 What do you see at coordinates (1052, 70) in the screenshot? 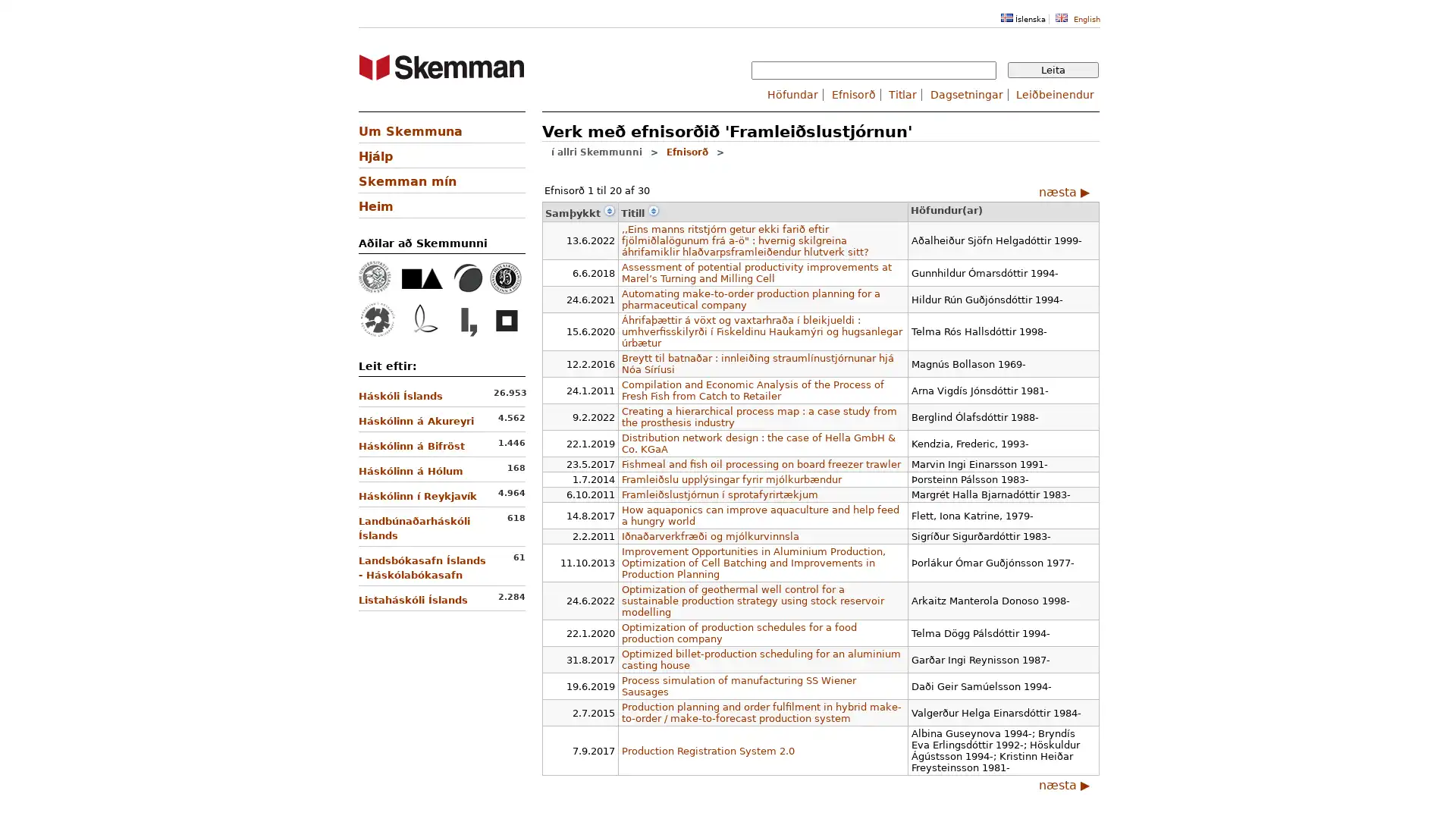
I see `Leita` at bounding box center [1052, 70].